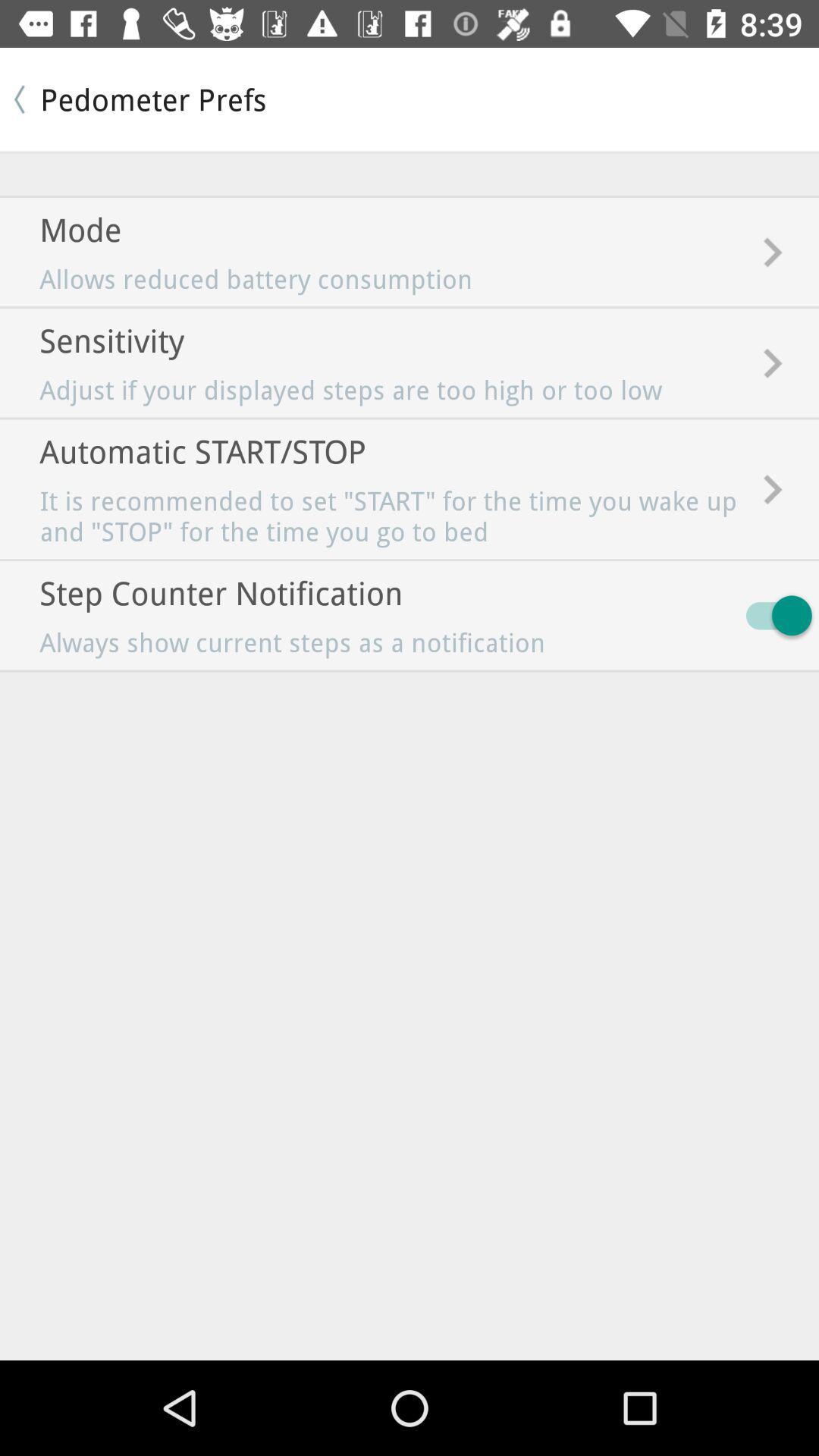  What do you see at coordinates (771, 615) in the screenshot?
I see `turn on/off` at bounding box center [771, 615].